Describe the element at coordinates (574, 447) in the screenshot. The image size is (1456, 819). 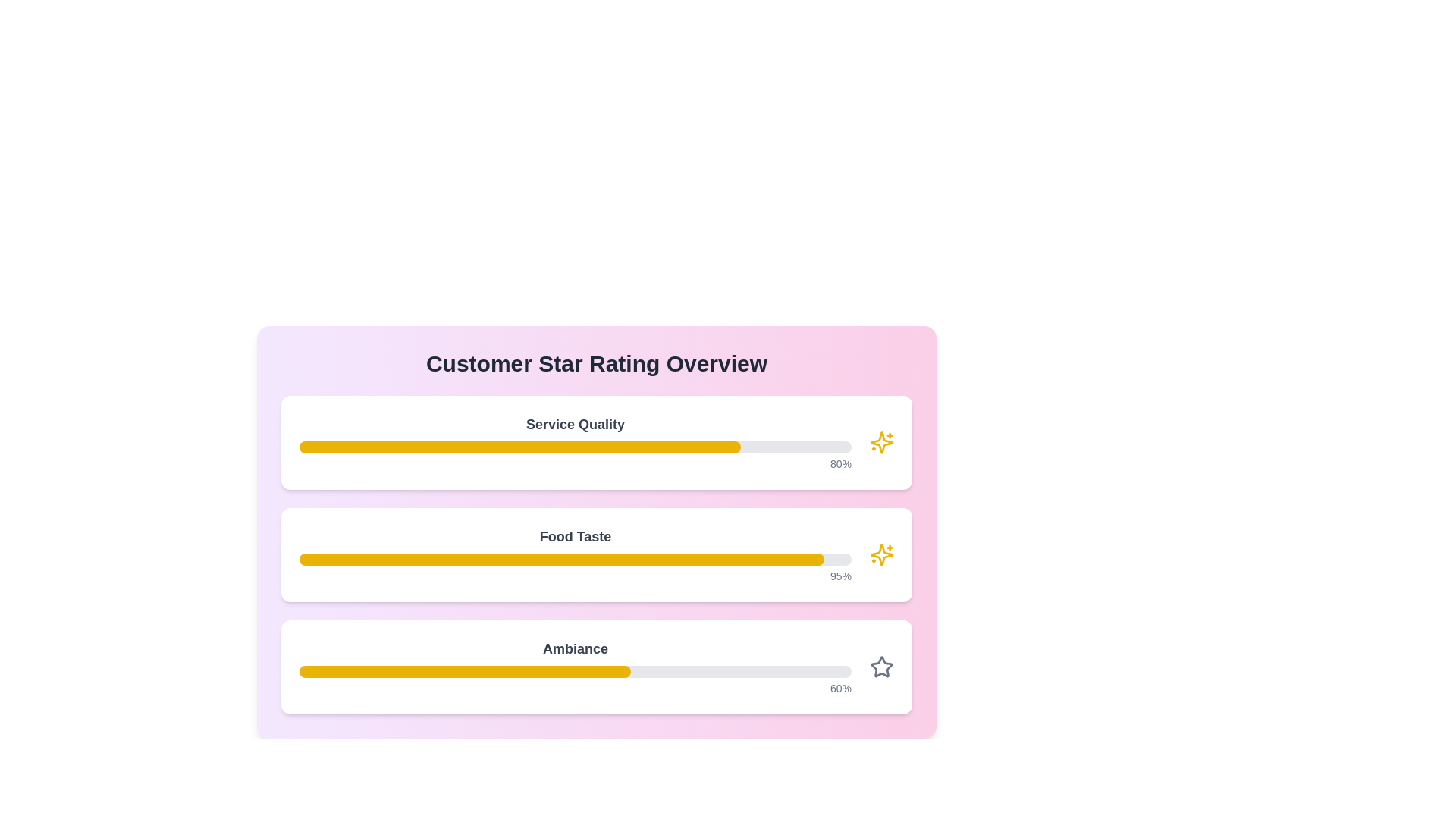
I see `the Progress Bar that visually indicates 80% completion for 'Service Quality', located below the 'Service Quality' label and above the percentage text '80%' in the first card of the 'Customer Star Rating Overview' section` at that location.